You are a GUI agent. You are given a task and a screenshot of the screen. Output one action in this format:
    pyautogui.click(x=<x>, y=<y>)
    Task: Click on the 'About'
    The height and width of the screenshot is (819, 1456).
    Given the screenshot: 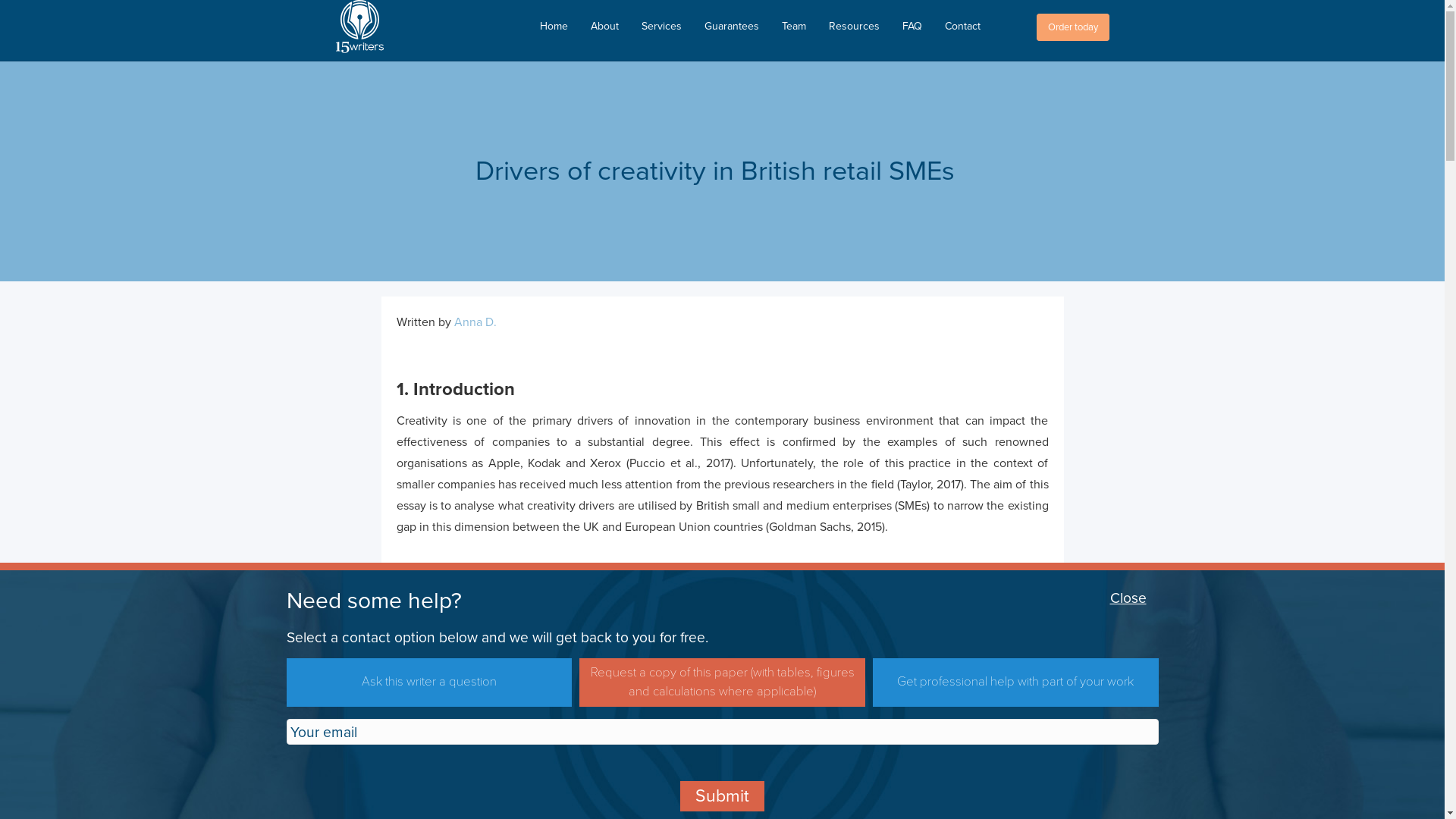 What is the action you would take?
    pyautogui.click(x=604, y=26)
    